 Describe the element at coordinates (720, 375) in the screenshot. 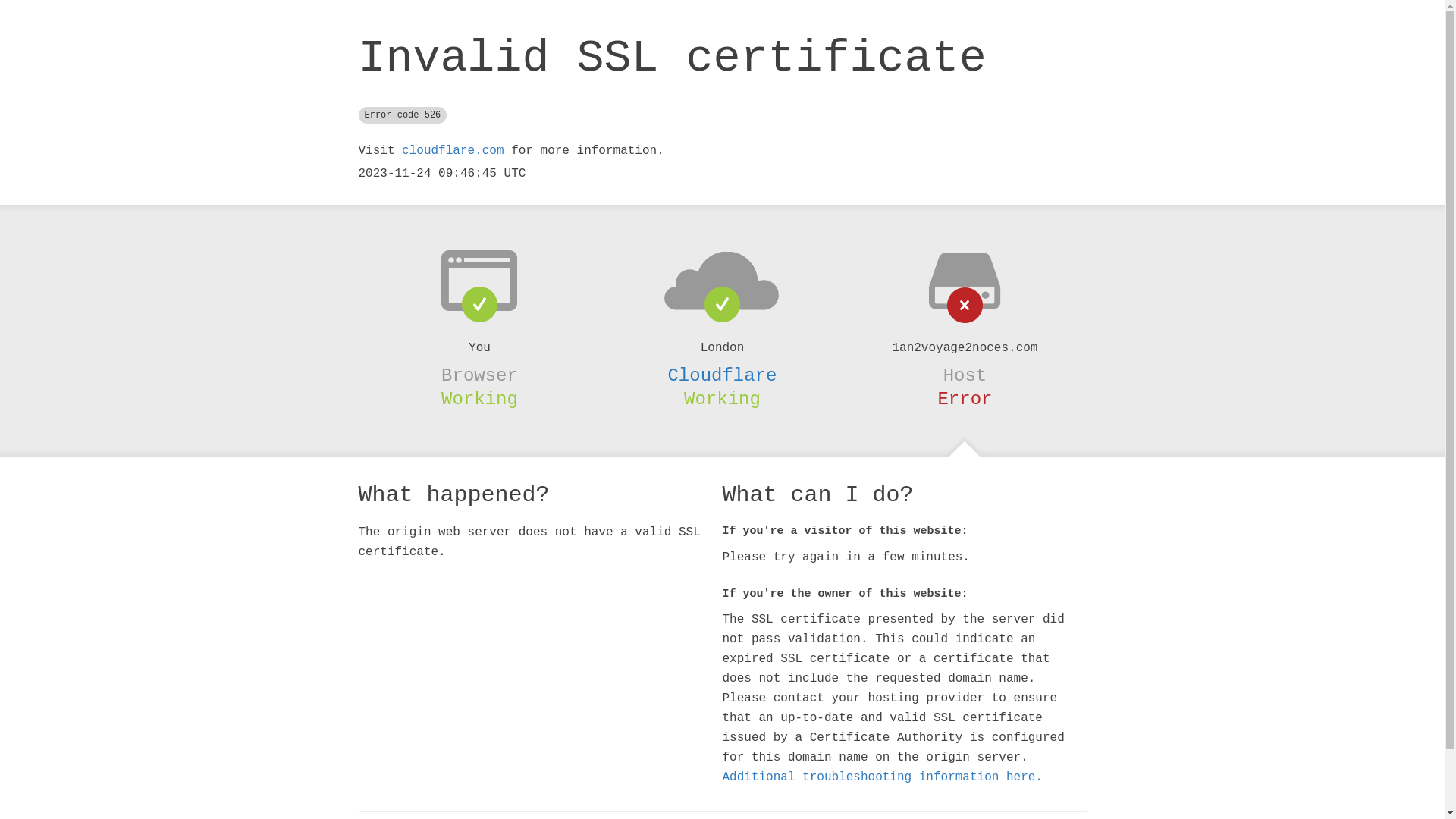

I see `'Cloudflare'` at that location.